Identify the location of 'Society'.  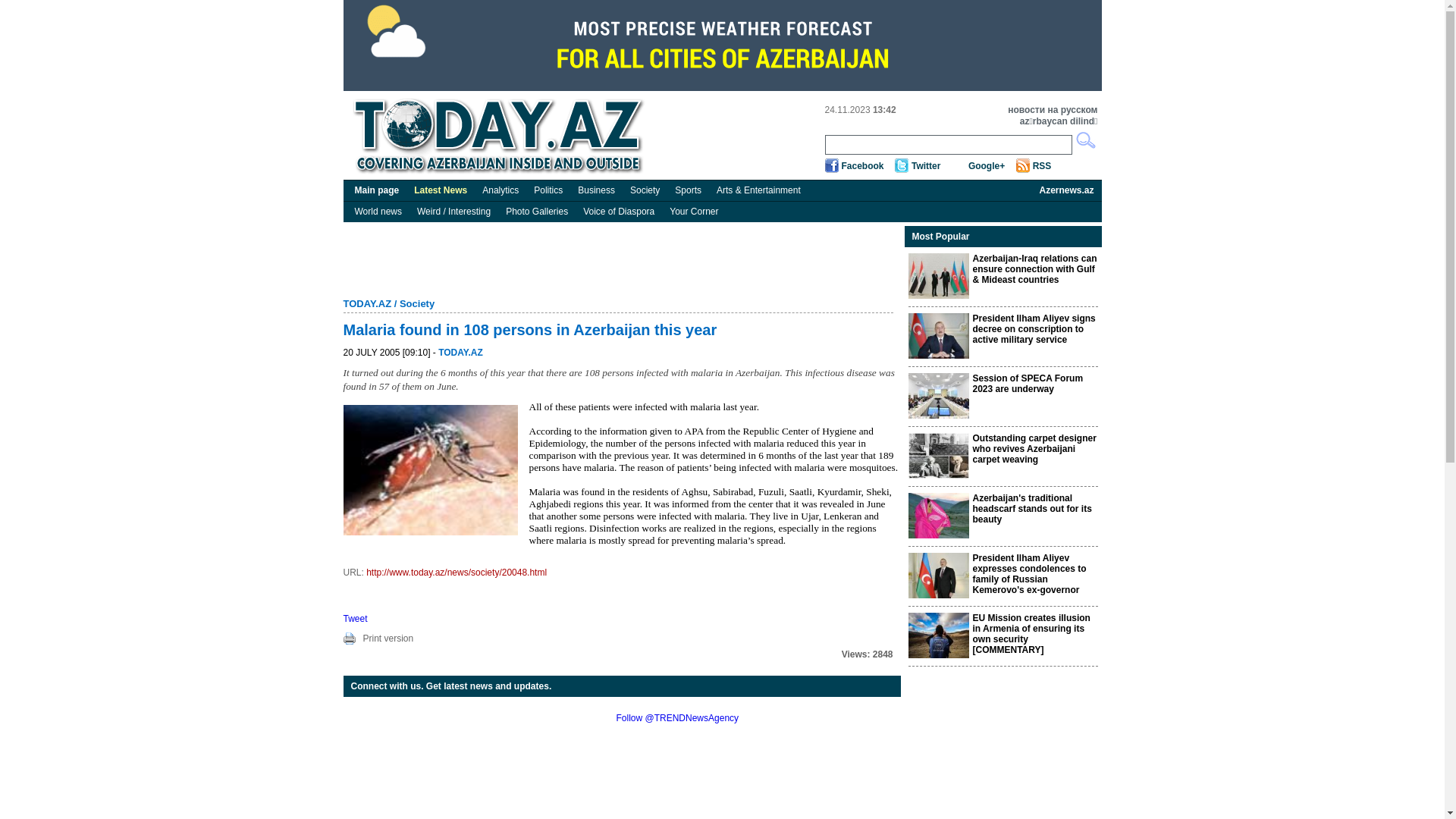
(417, 303).